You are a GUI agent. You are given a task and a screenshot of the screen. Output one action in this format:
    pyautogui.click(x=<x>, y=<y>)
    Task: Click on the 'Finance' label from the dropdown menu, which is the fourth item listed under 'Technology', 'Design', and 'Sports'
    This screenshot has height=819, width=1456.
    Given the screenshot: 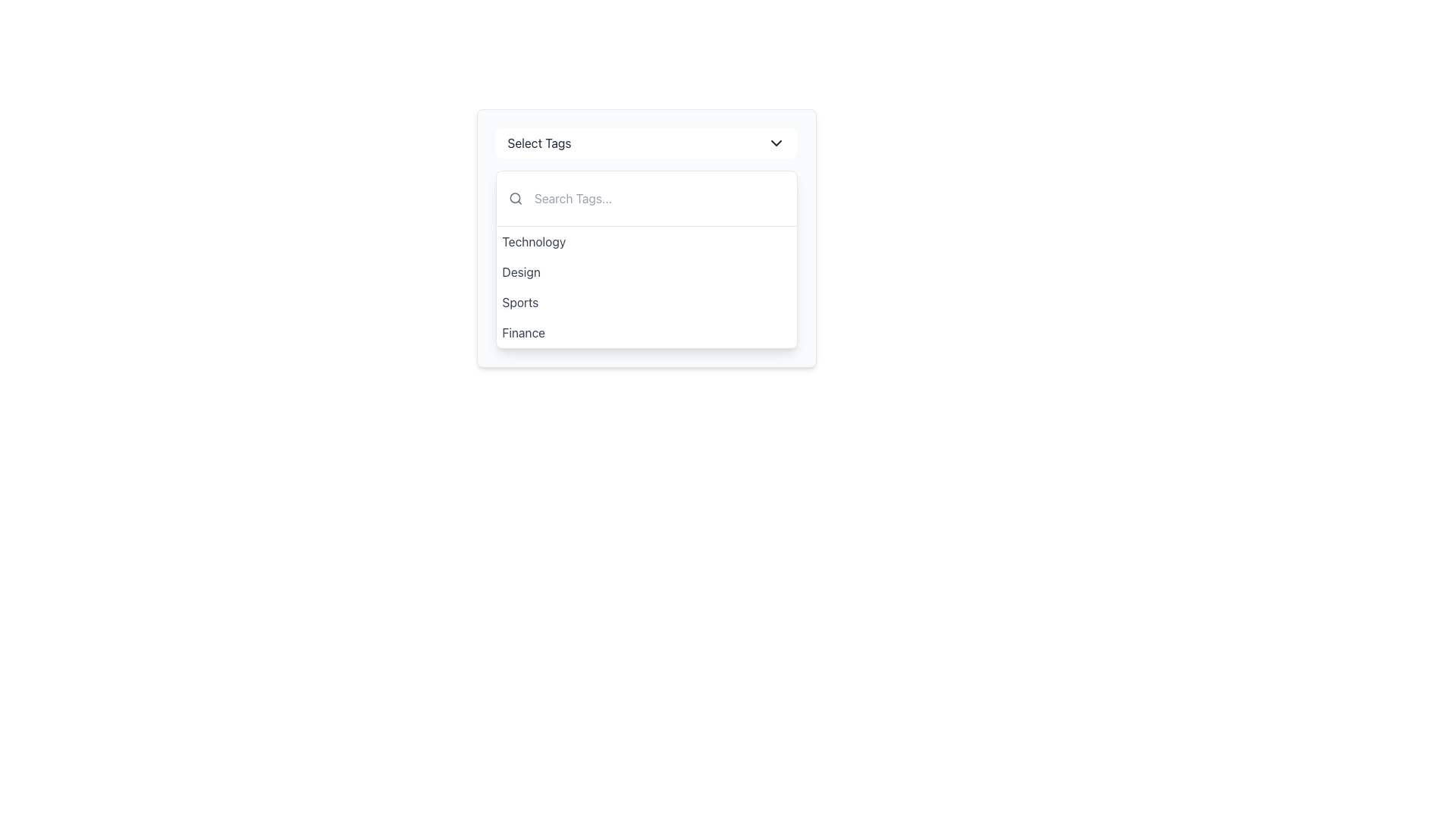 What is the action you would take?
    pyautogui.click(x=523, y=332)
    